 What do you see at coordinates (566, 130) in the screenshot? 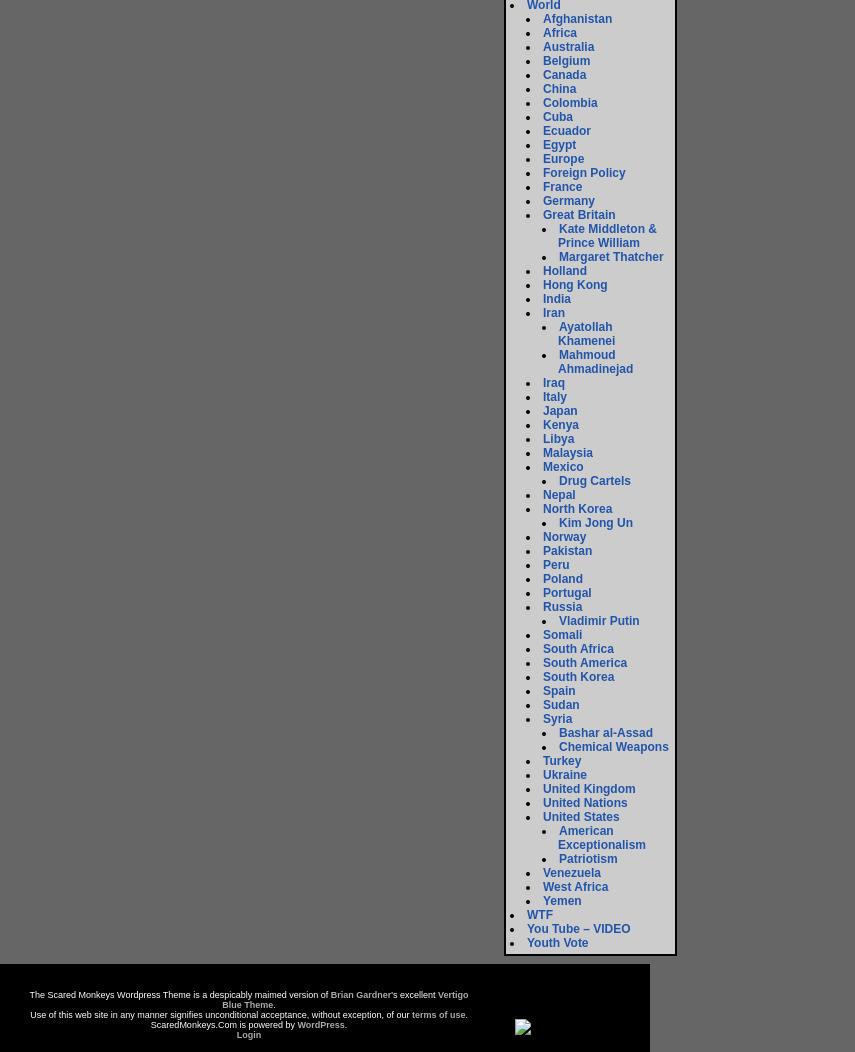
I see `'Ecuador'` at bounding box center [566, 130].